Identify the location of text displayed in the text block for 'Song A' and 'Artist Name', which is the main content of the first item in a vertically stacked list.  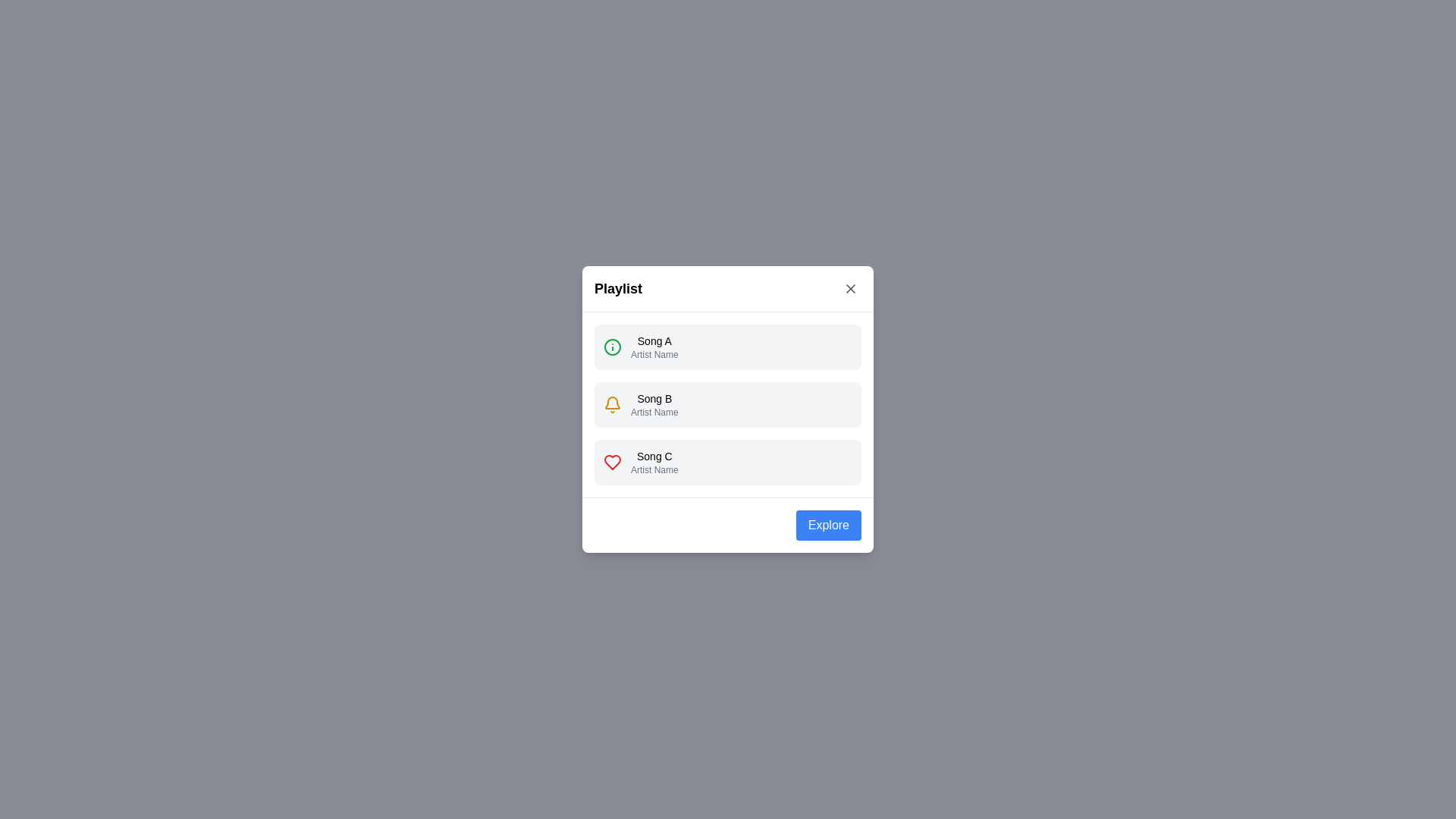
(654, 347).